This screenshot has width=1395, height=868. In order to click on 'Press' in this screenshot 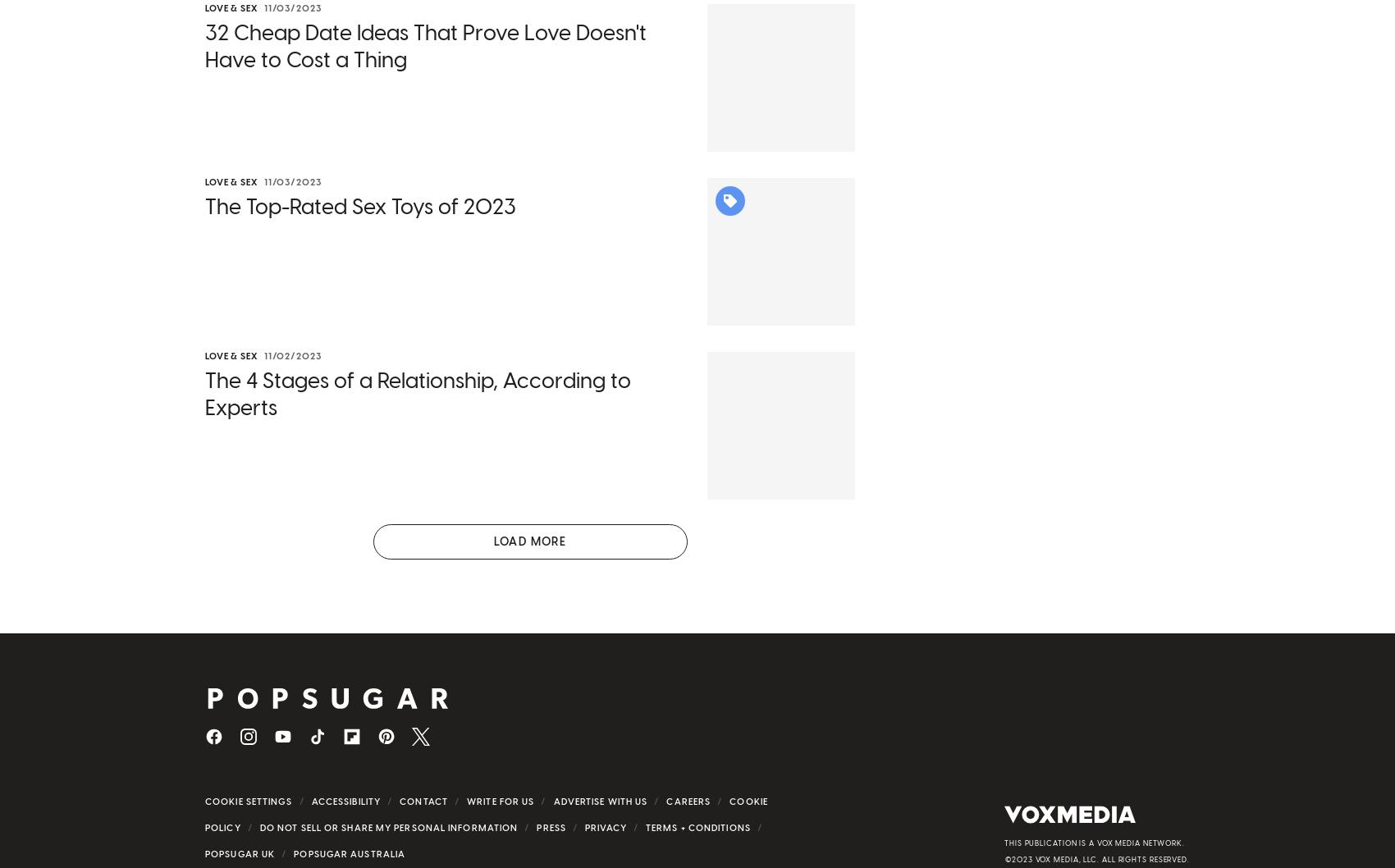, I will do `click(536, 831)`.